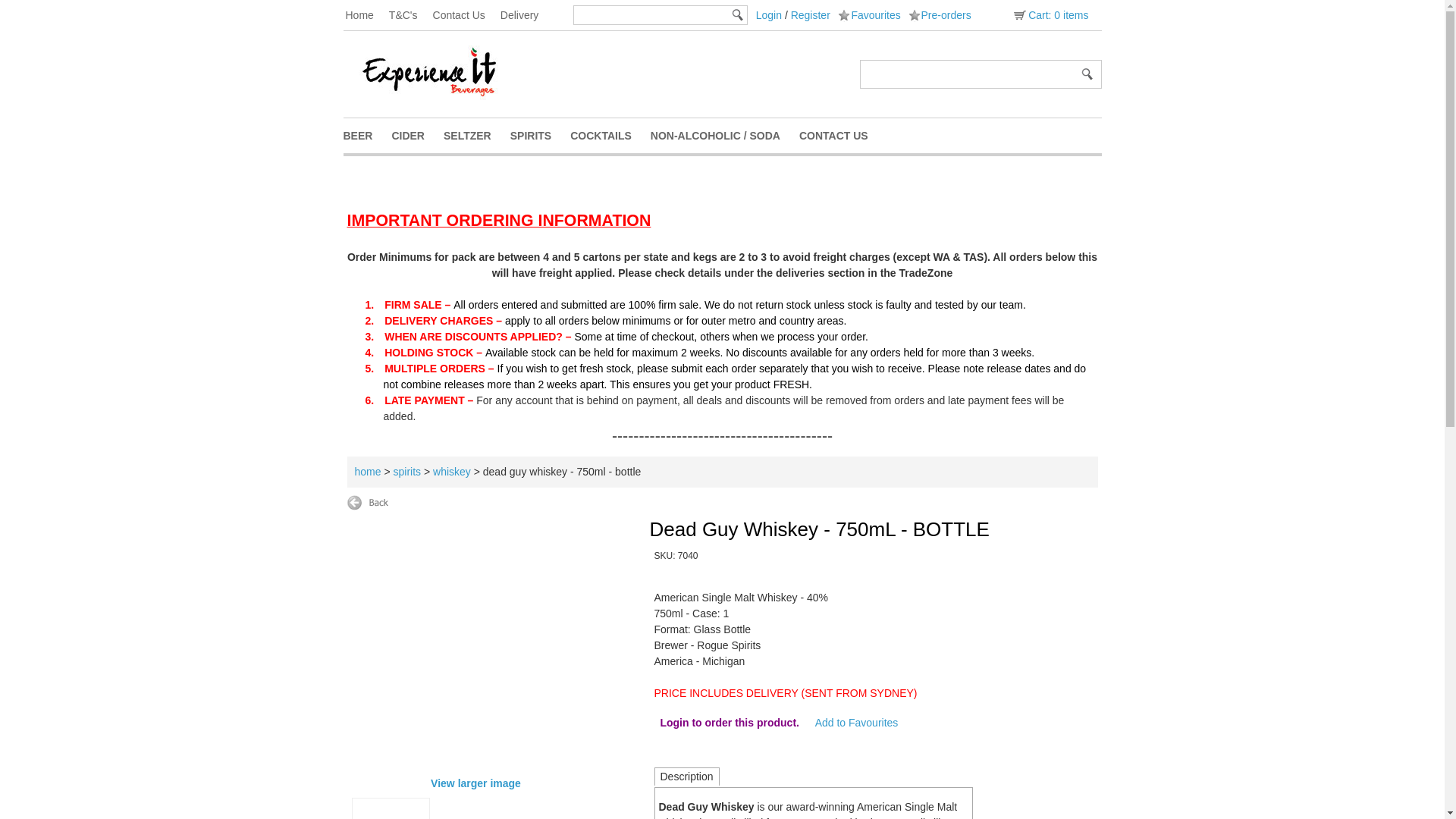 The image size is (1456, 819). Describe the element at coordinates (856, 721) in the screenshot. I see `'Add to Favourites'` at that location.